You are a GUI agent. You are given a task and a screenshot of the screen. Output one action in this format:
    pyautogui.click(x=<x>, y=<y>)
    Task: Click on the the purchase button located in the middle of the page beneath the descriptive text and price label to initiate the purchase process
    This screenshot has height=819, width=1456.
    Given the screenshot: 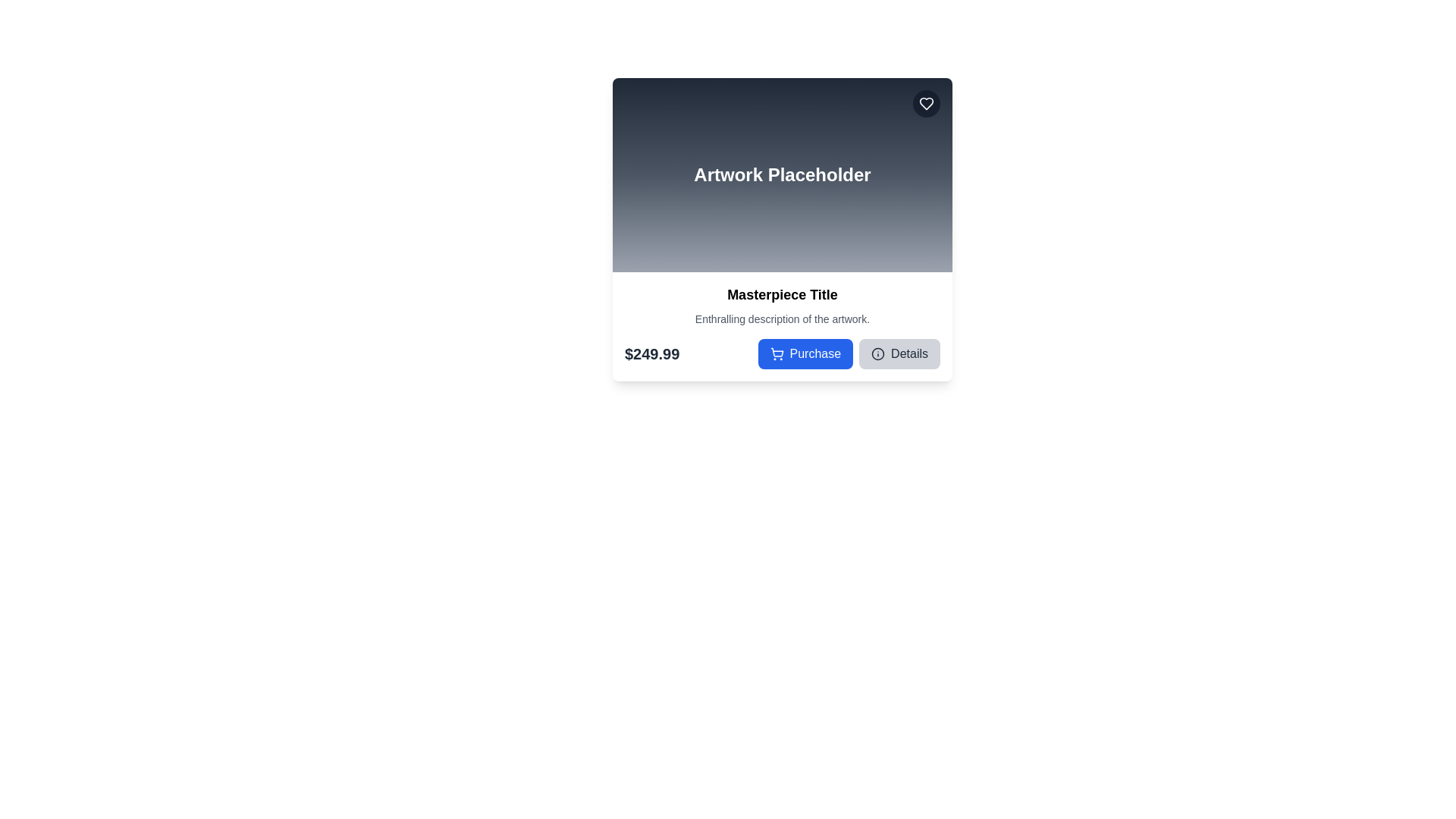 What is the action you would take?
    pyautogui.click(x=805, y=353)
    